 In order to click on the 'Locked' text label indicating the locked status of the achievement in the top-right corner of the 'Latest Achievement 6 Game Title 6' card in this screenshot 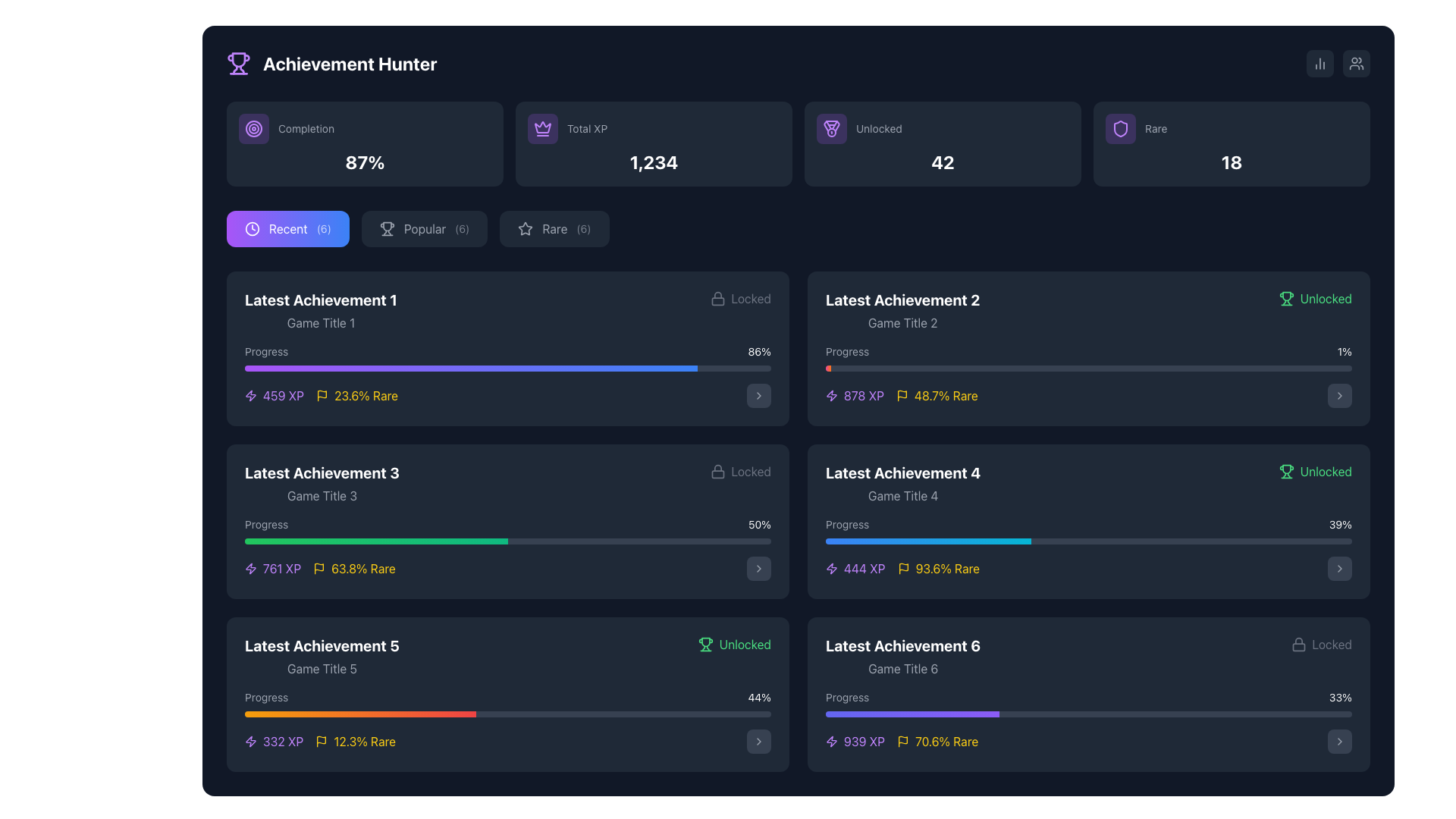, I will do `click(751, 470)`.